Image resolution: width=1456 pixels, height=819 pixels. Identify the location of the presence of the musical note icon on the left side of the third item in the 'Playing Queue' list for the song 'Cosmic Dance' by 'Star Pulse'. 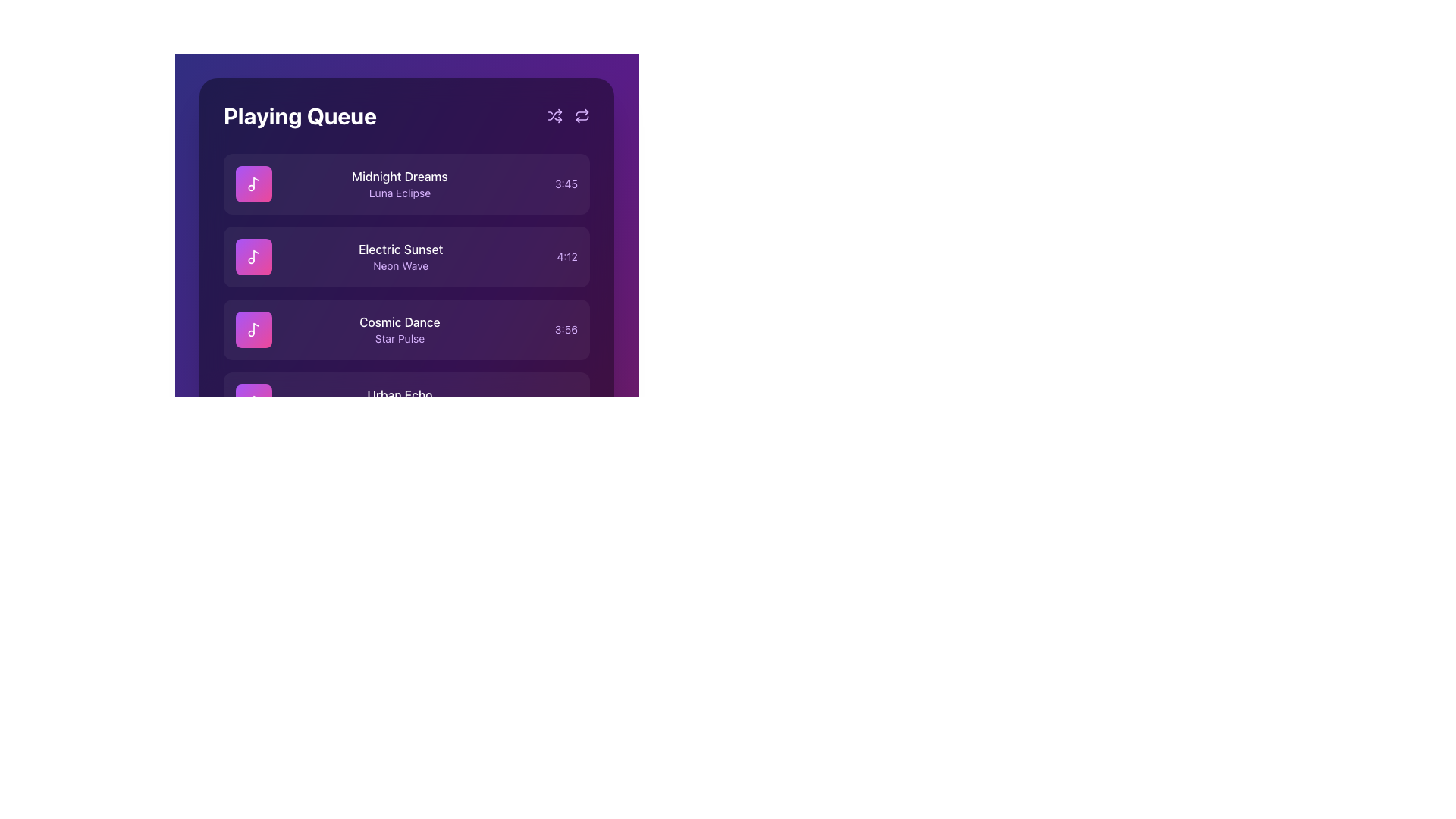
(254, 329).